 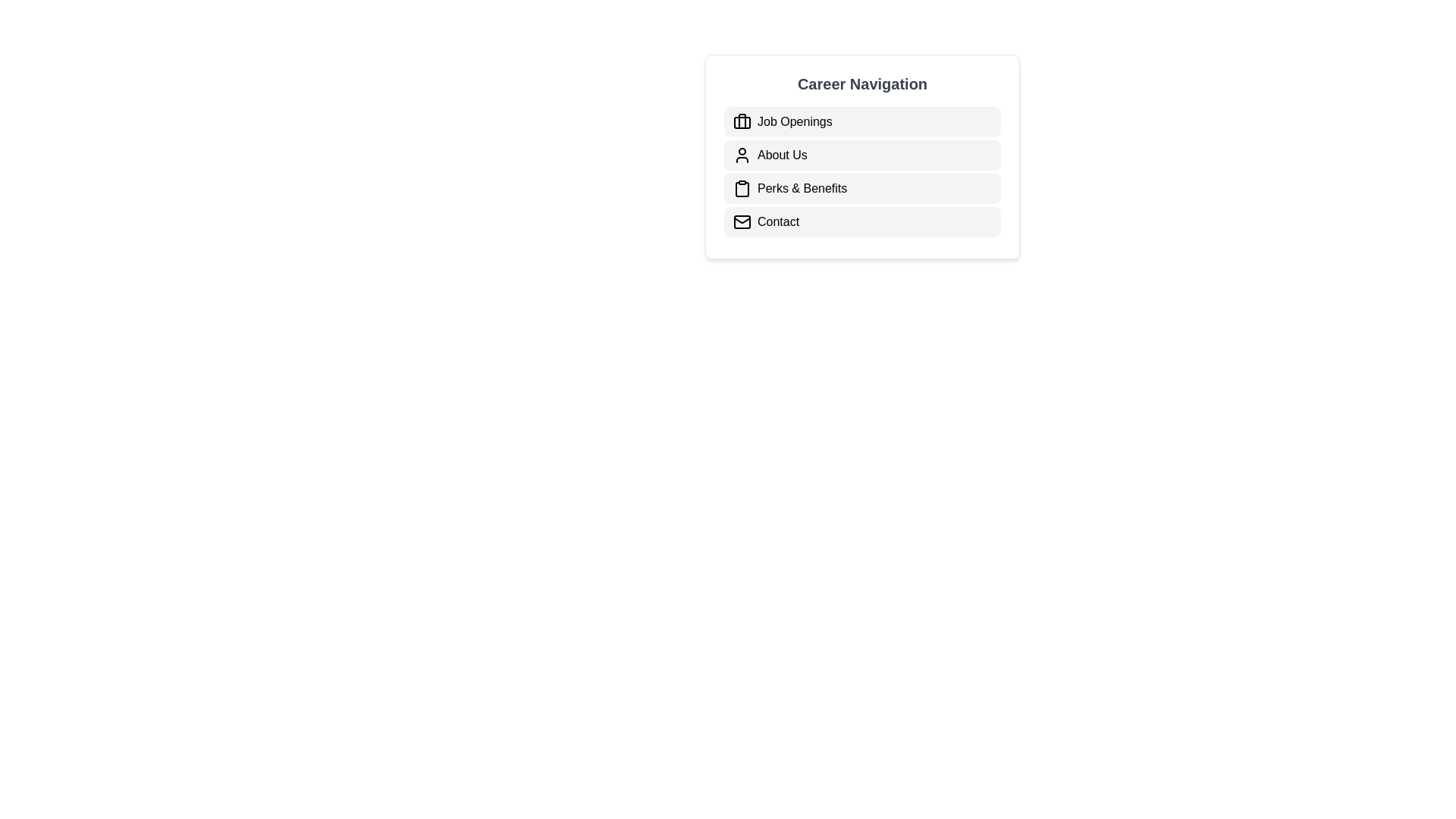 What do you see at coordinates (862, 155) in the screenshot?
I see `the navigational button located below 'Job Openings' and above 'Perks & Benefits'` at bounding box center [862, 155].